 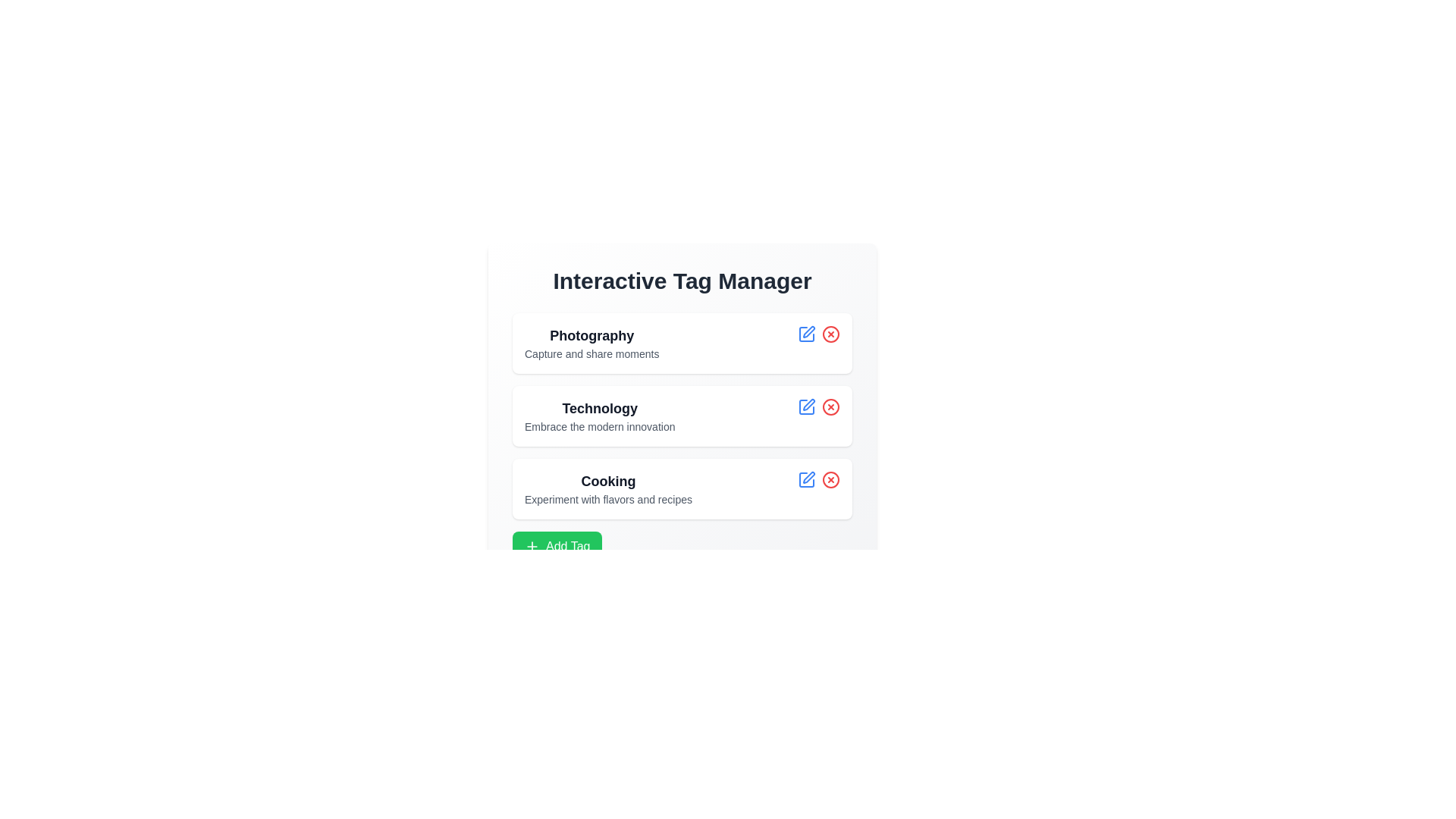 What do you see at coordinates (532, 547) in the screenshot?
I see `the Plus sign icon located inside the green 'Add Tag' button` at bounding box center [532, 547].